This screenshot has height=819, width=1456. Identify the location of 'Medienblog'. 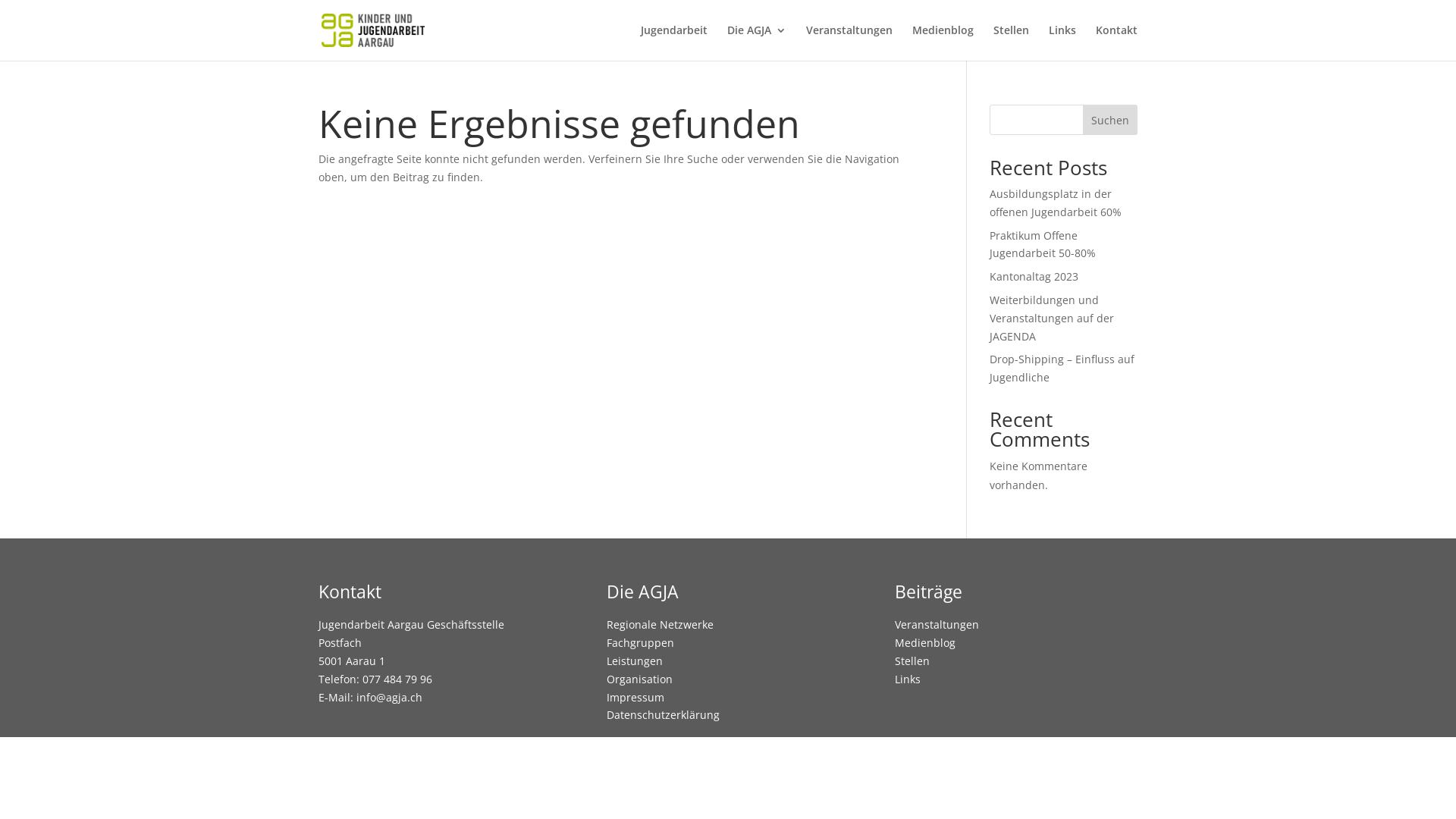
(895, 642).